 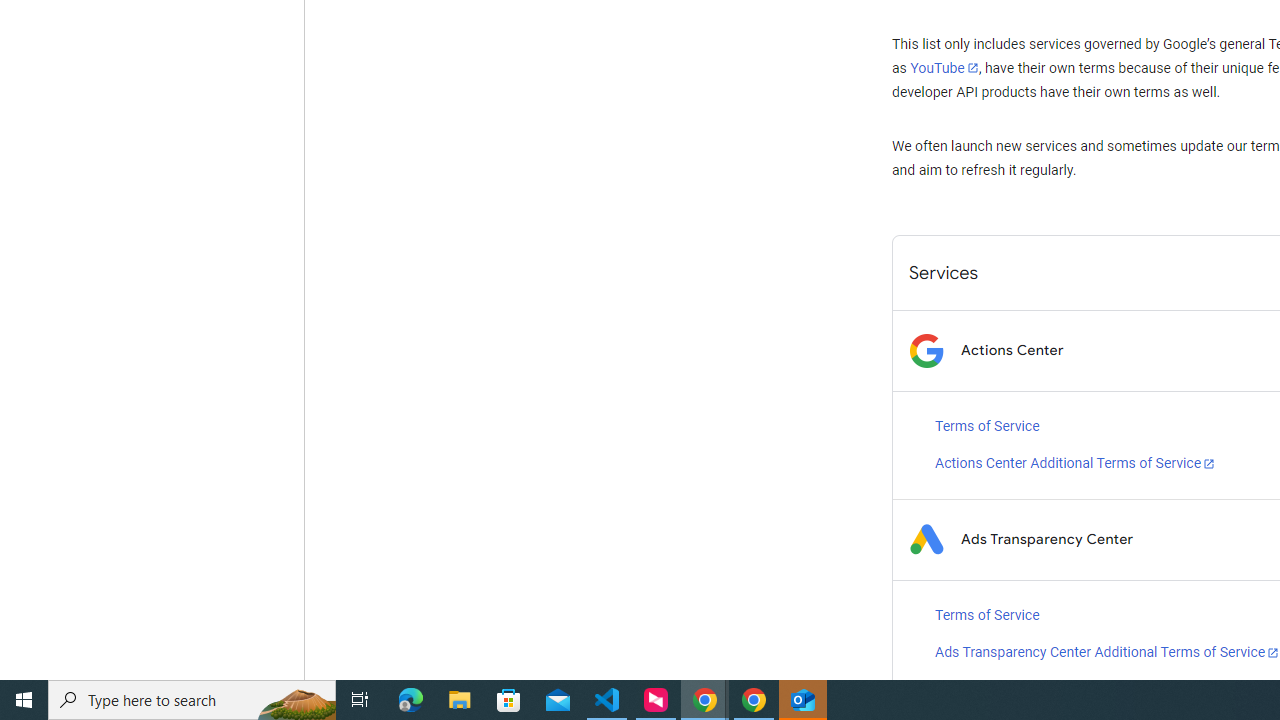 I want to click on 'Logo for Actions Center', so click(x=925, y=349).